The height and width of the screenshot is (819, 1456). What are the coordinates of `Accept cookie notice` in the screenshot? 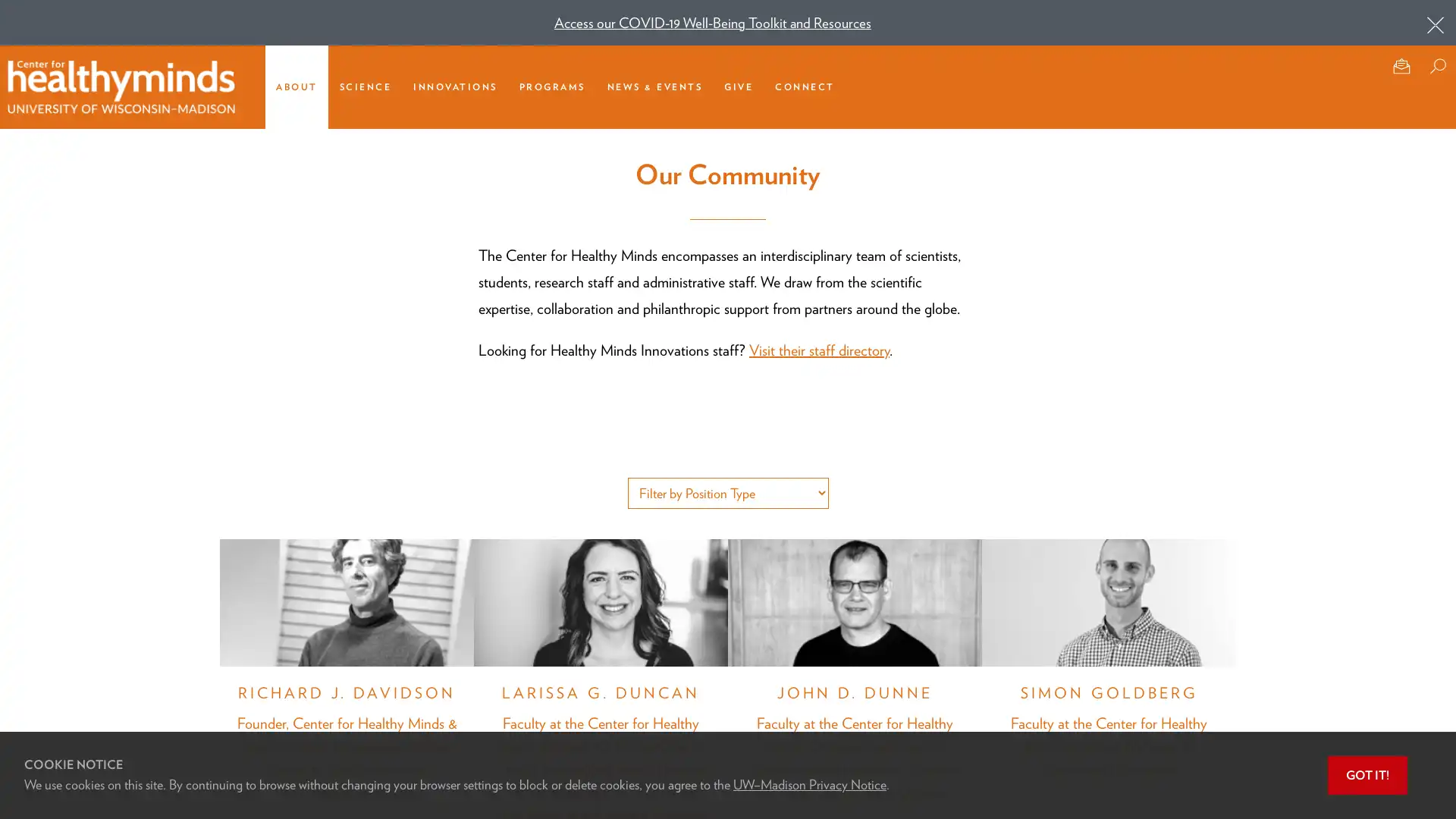 It's located at (1367, 775).